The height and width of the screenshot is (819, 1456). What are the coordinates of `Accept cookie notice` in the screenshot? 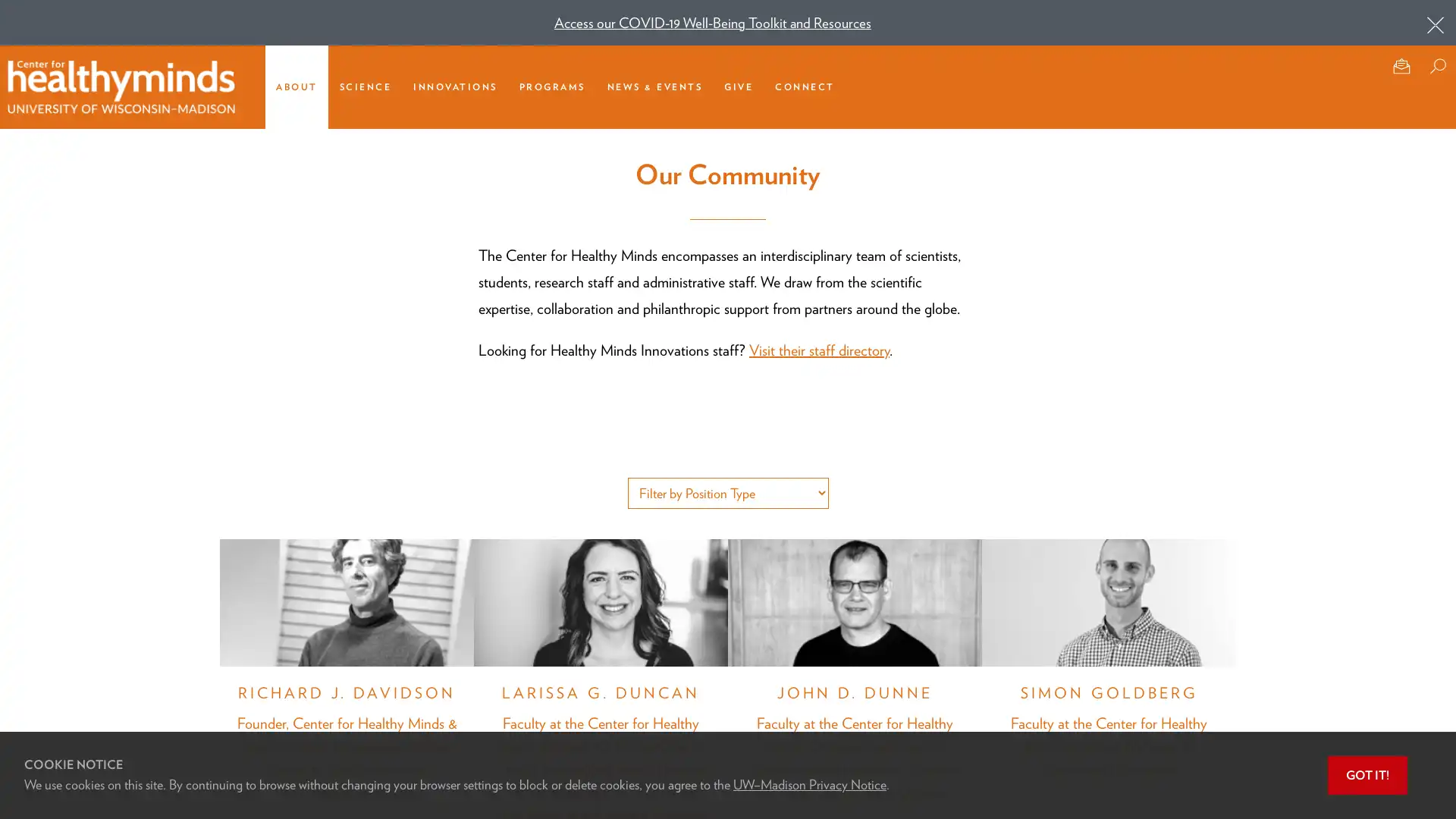 It's located at (1367, 775).